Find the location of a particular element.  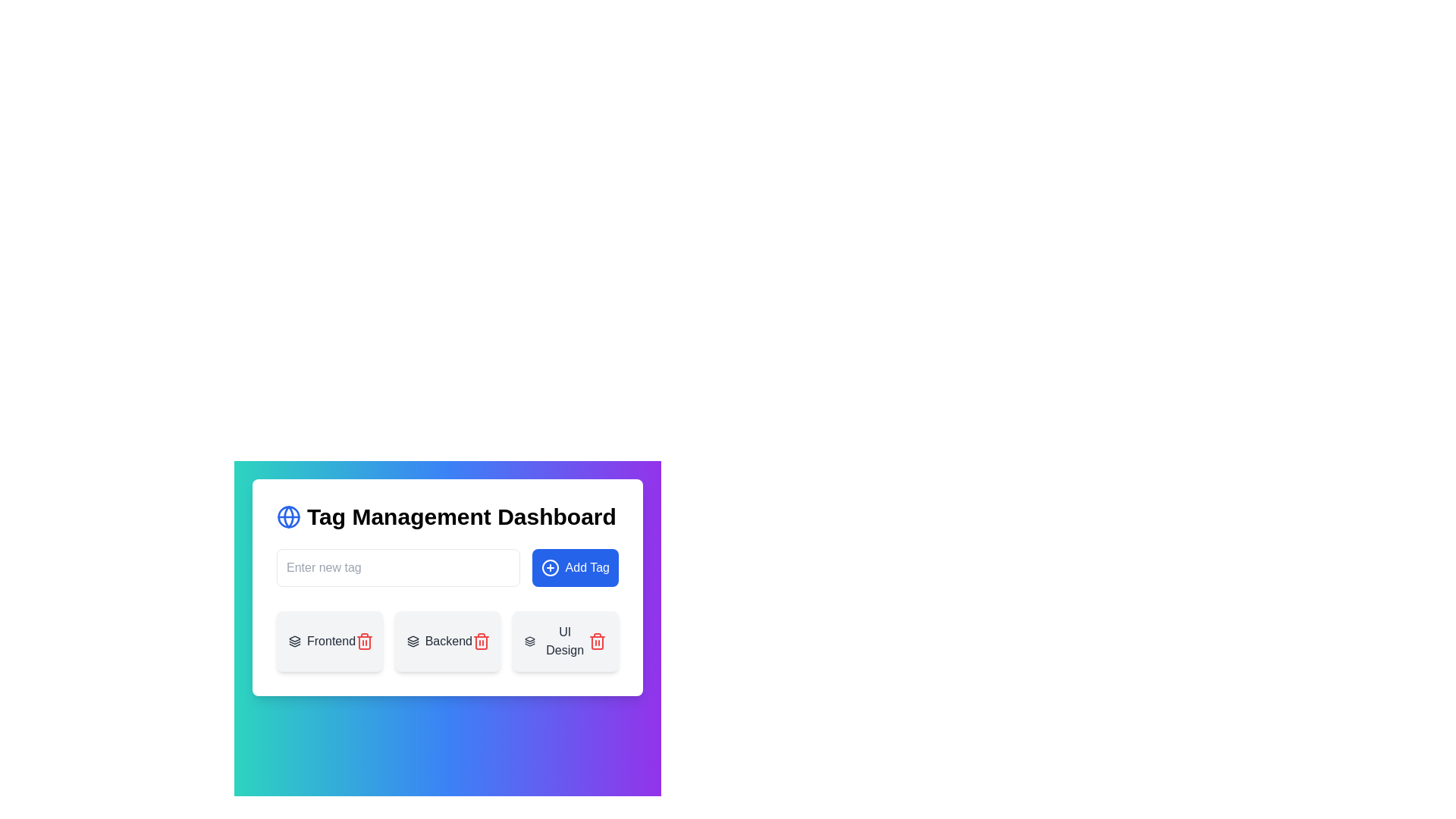

the 'UI Design' tag label with icon, which is the third item in the horizontal row of tags in the Tag Management Dashboard is located at coordinates (556, 641).